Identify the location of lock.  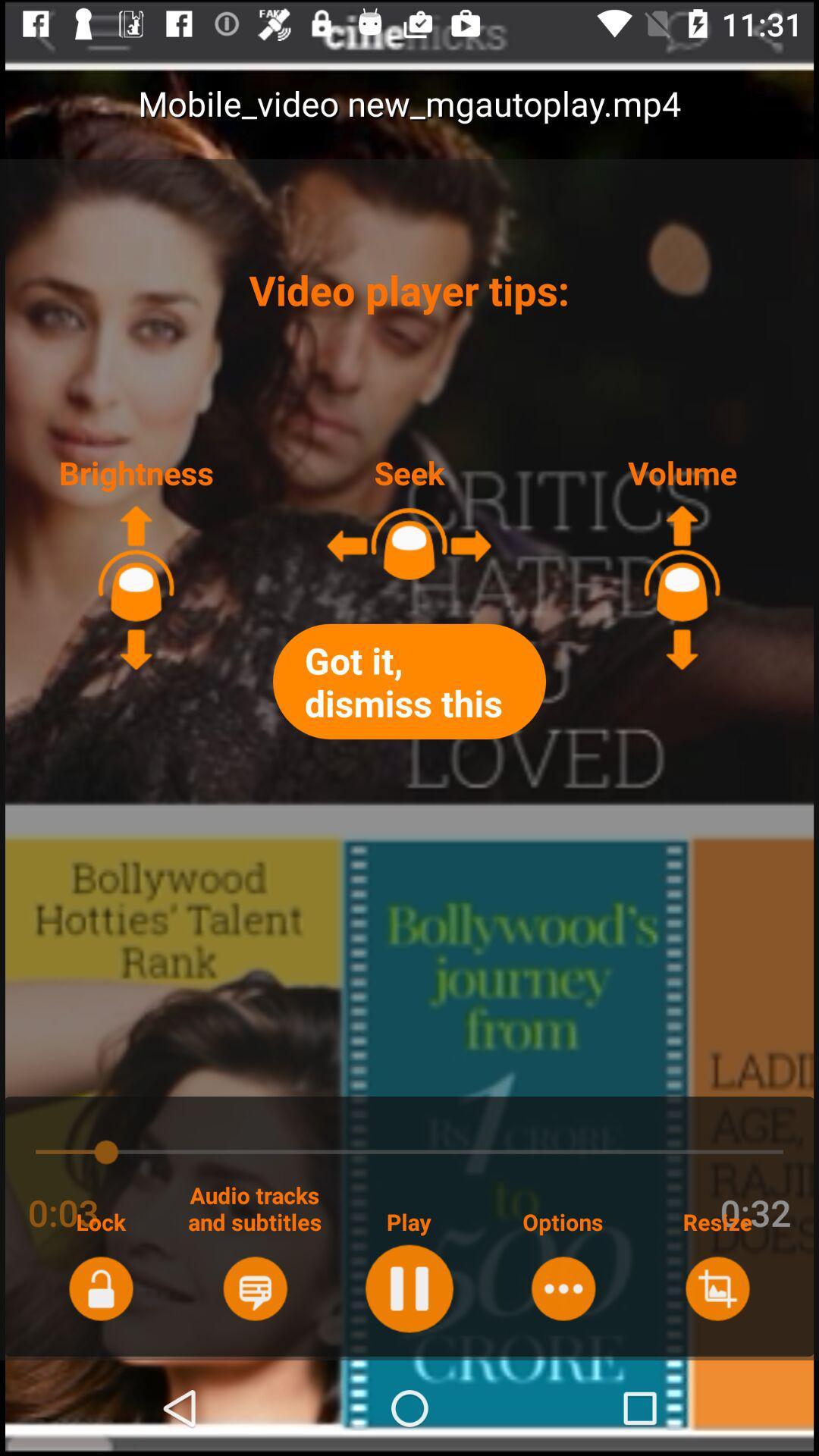
(101, 1288).